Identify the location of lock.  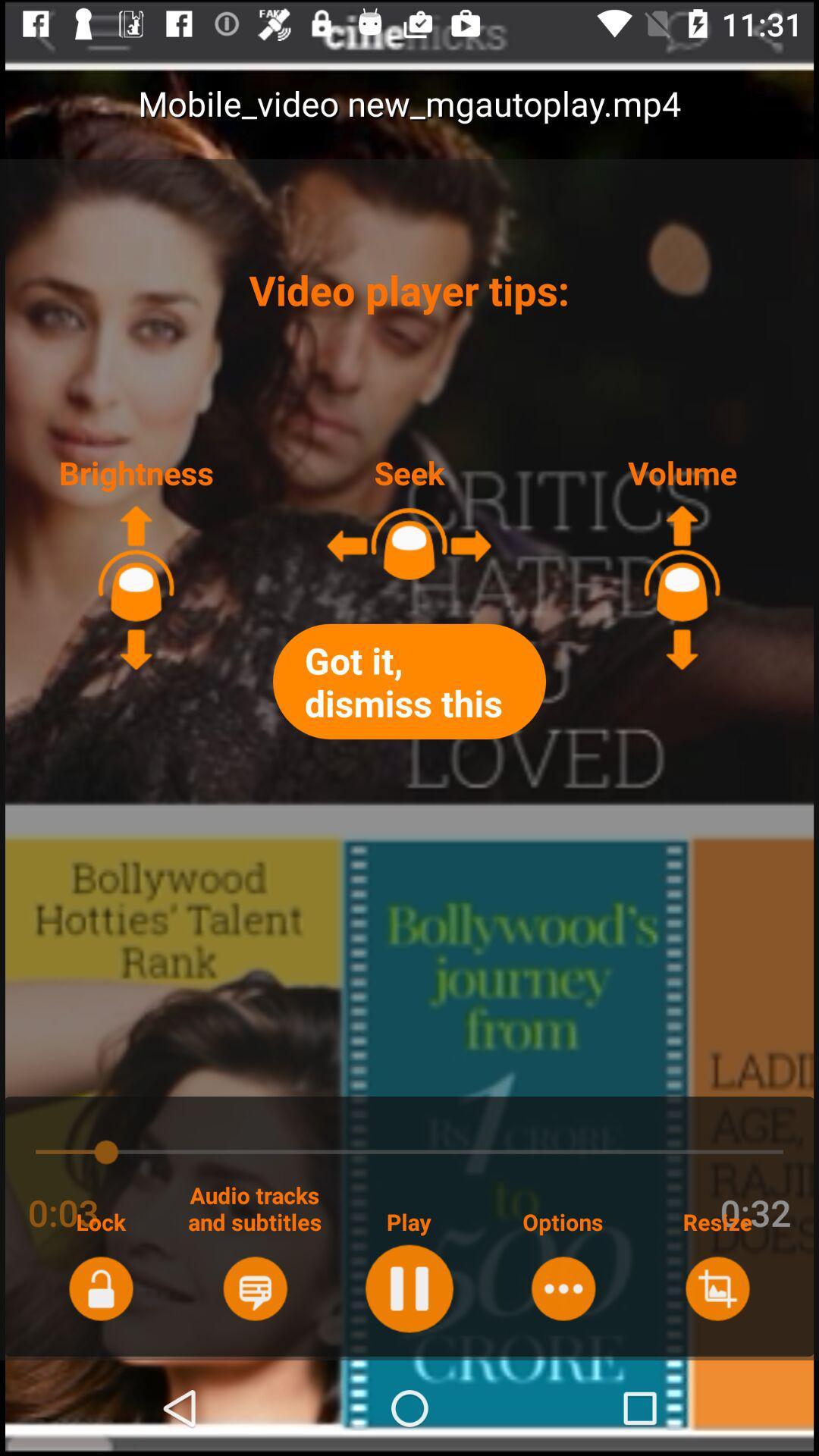
(101, 1288).